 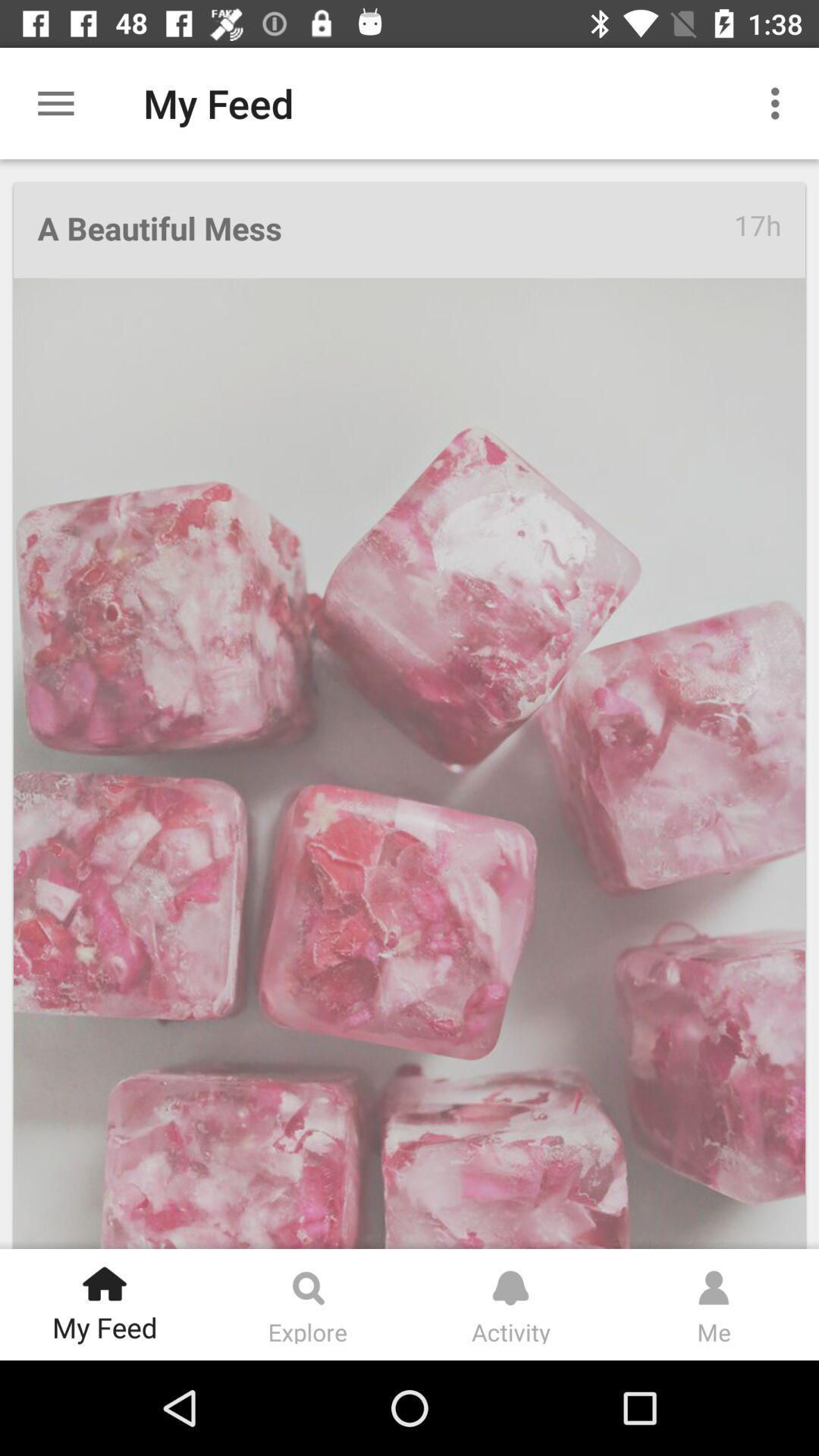 I want to click on the a beautiful mess item, so click(x=384, y=229).